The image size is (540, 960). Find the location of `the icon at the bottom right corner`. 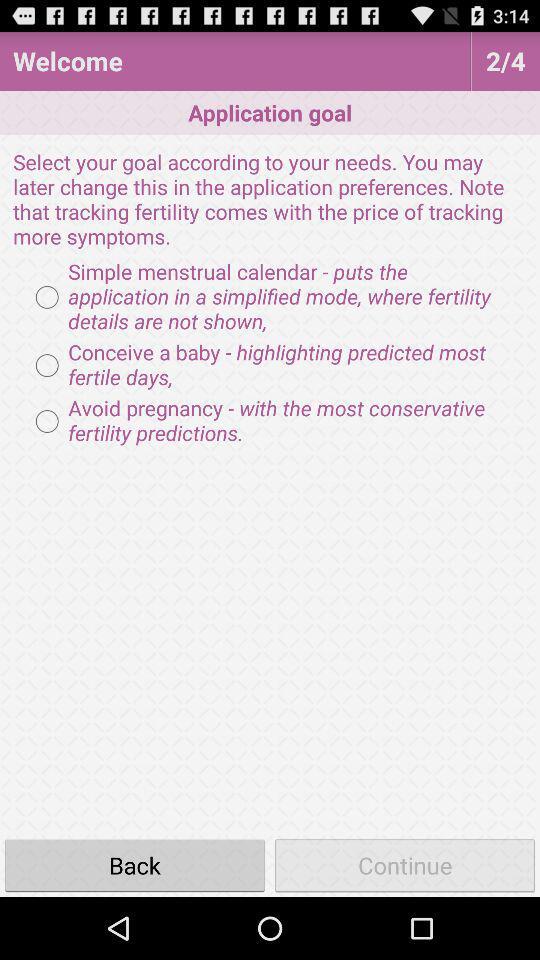

the icon at the bottom right corner is located at coordinates (405, 864).